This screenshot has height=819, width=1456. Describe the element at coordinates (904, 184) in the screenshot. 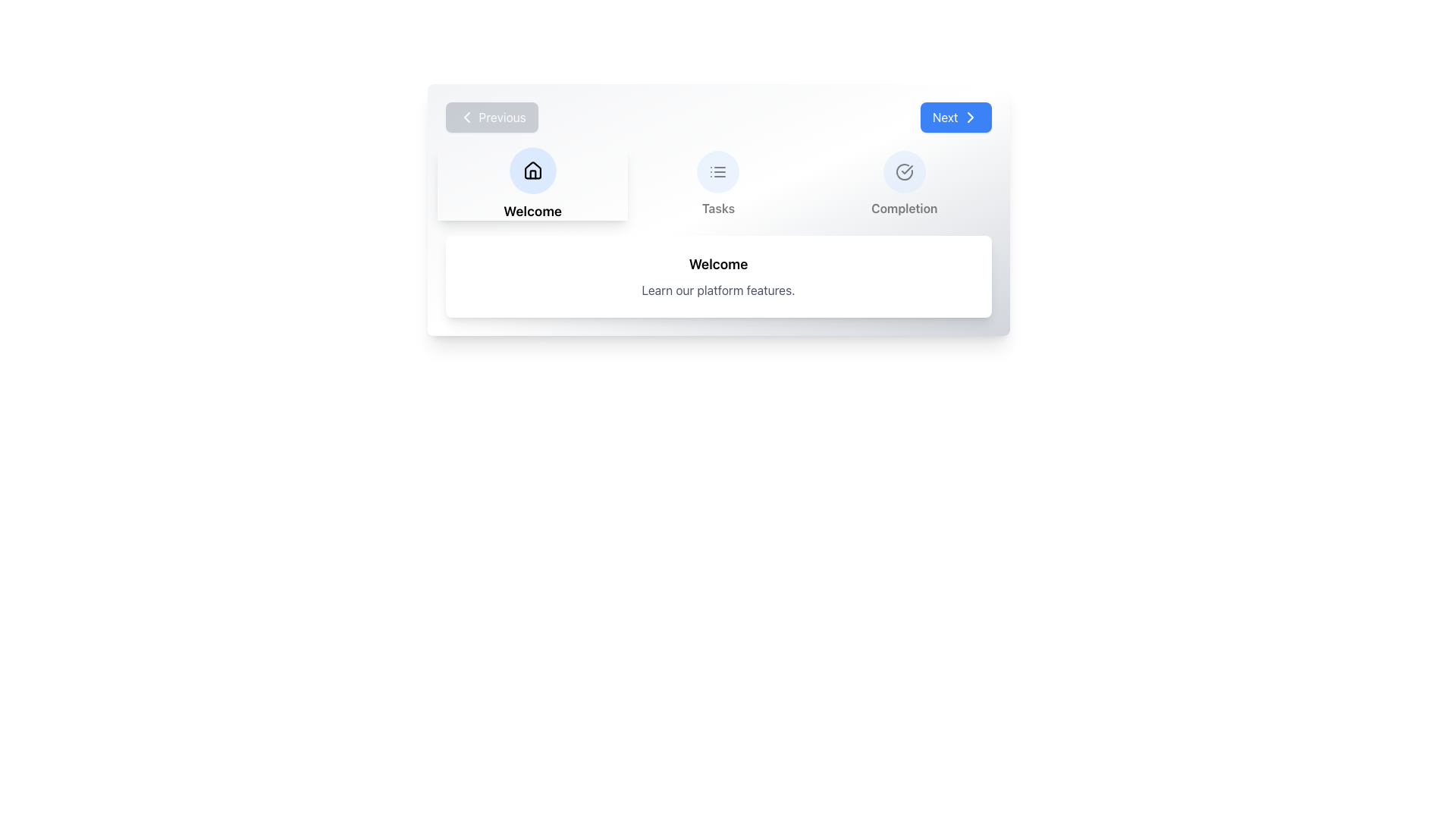

I see `the 'Completion' interactive card in the navigation section` at that location.